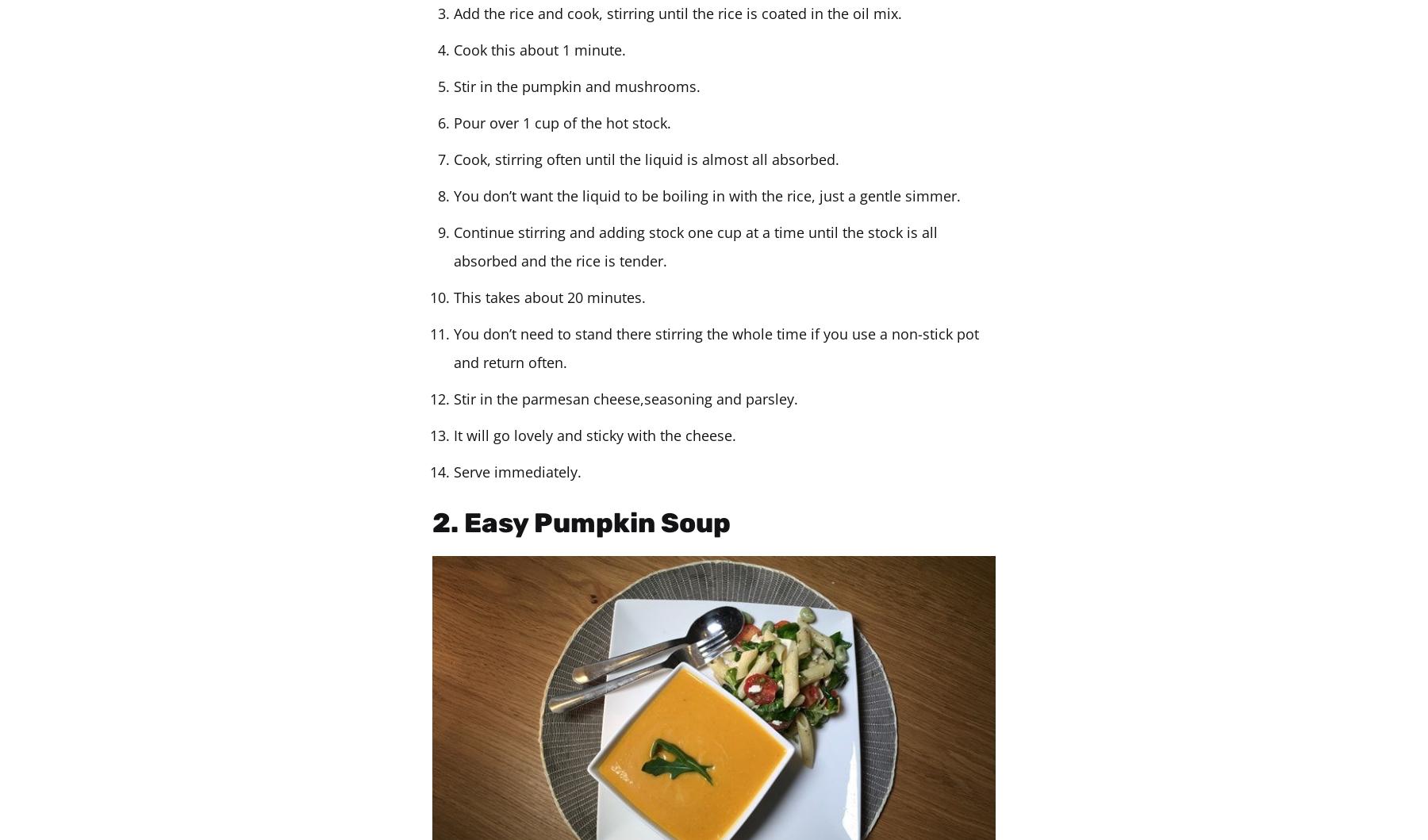 The height and width of the screenshot is (840, 1428). I want to click on 'Cook this about 1 minute.', so click(539, 50).